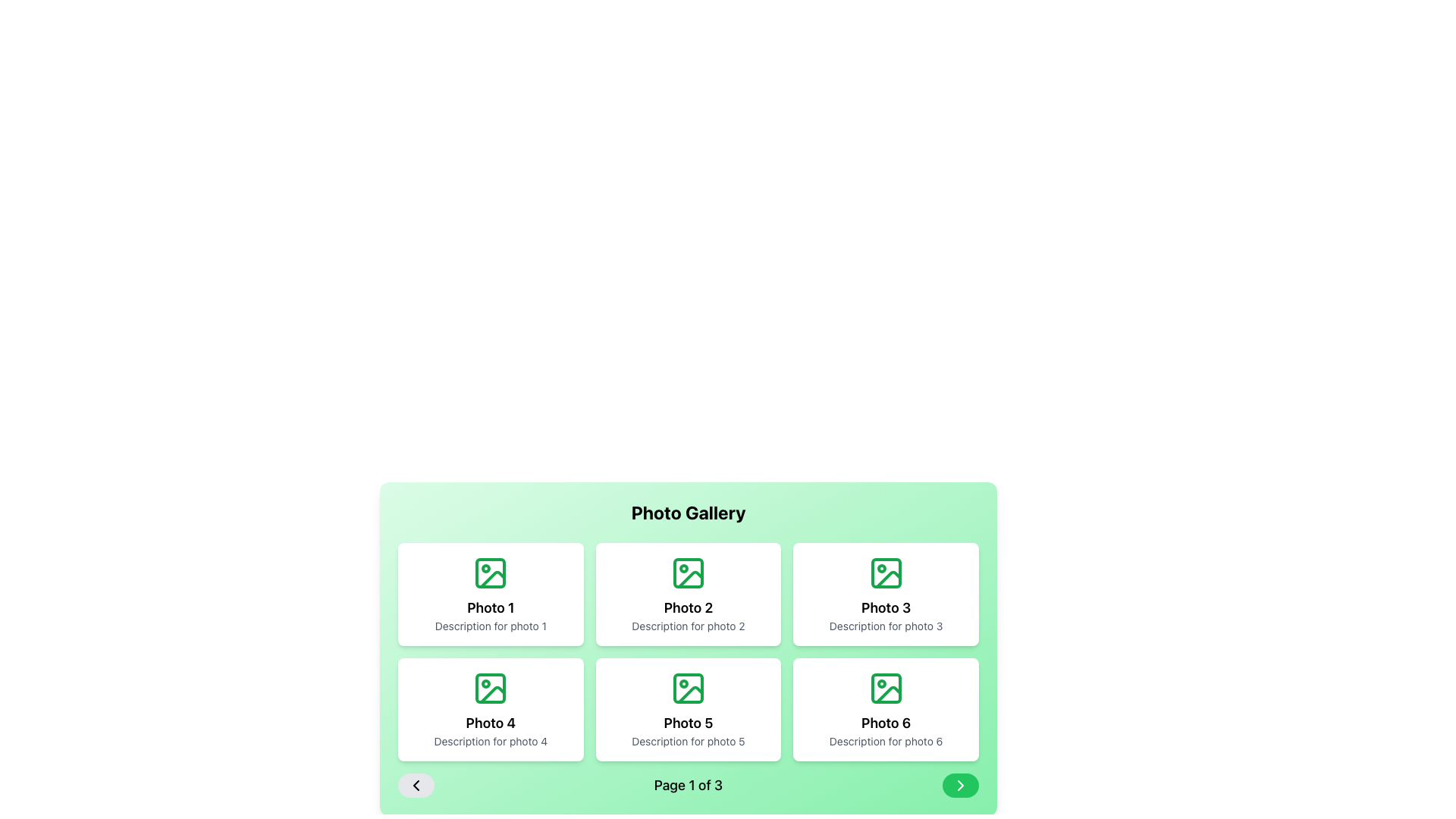 This screenshot has height=819, width=1456. What do you see at coordinates (886, 741) in the screenshot?
I see `the text label element that reads 'Description for photo 6', which is styled in a smaller font and soft gray color, located beneath the 'Photo 6' heading in the bottom-right corner of a grid layout` at bounding box center [886, 741].